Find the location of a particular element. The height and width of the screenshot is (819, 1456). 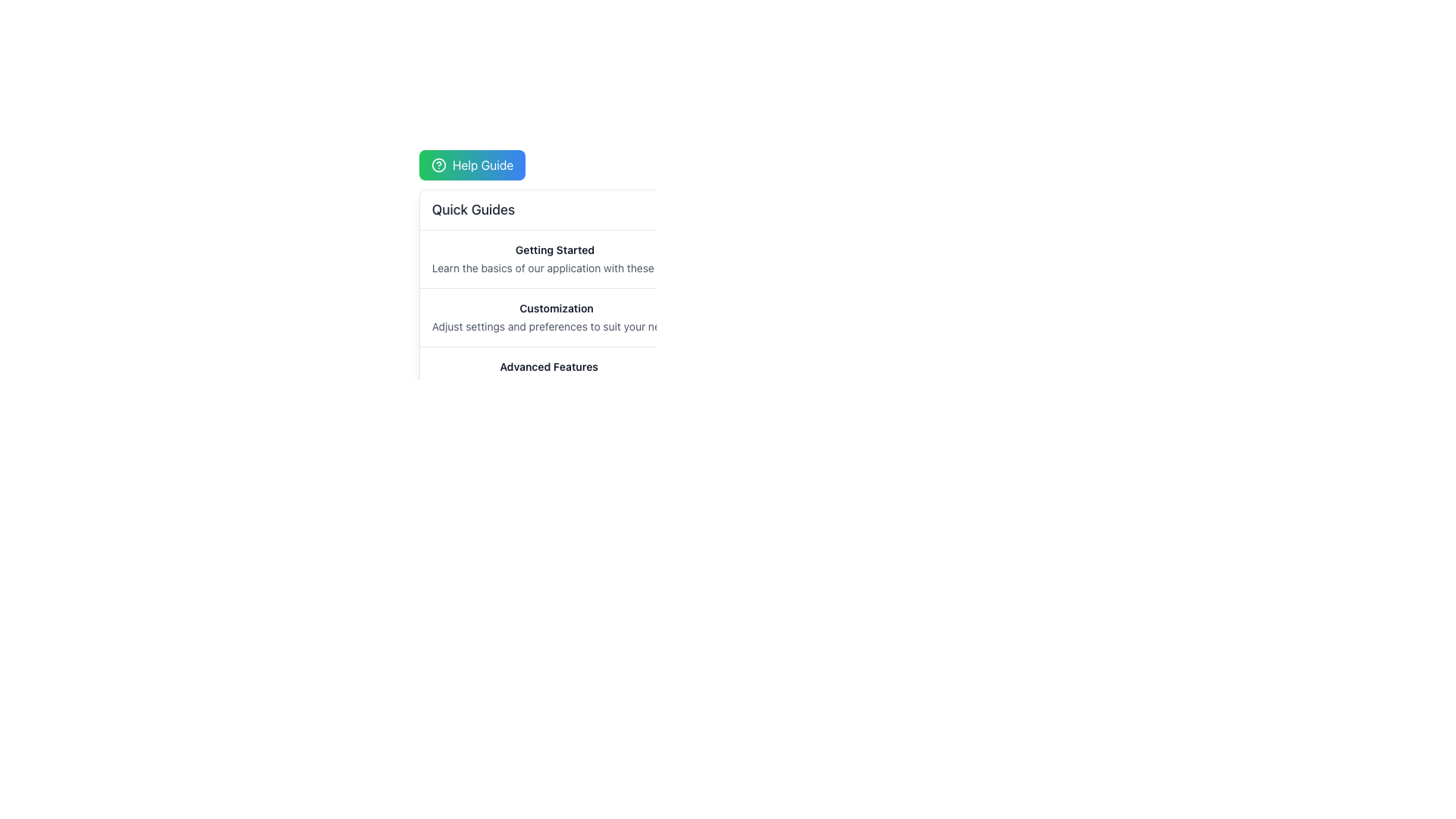

supplementary icon associated with the 'Customization' text block to explore further actions is located at coordinates (563, 317).